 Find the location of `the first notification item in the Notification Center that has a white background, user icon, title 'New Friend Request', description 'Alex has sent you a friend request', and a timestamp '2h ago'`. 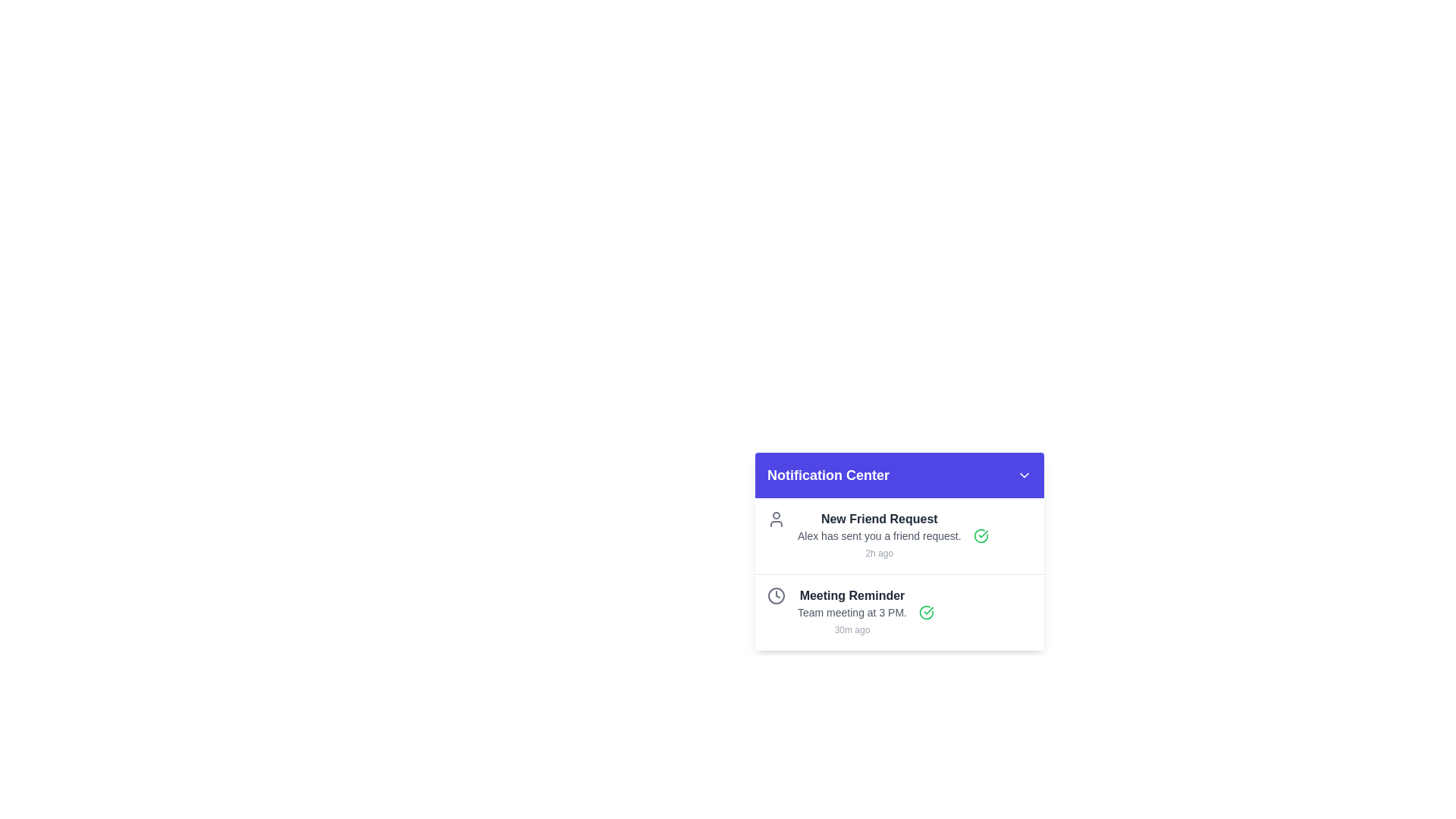

the first notification item in the Notification Center that has a white background, user icon, title 'New Friend Request', description 'Alex has sent you a friend request', and a timestamp '2h ago' is located at coordinates (899, 535).